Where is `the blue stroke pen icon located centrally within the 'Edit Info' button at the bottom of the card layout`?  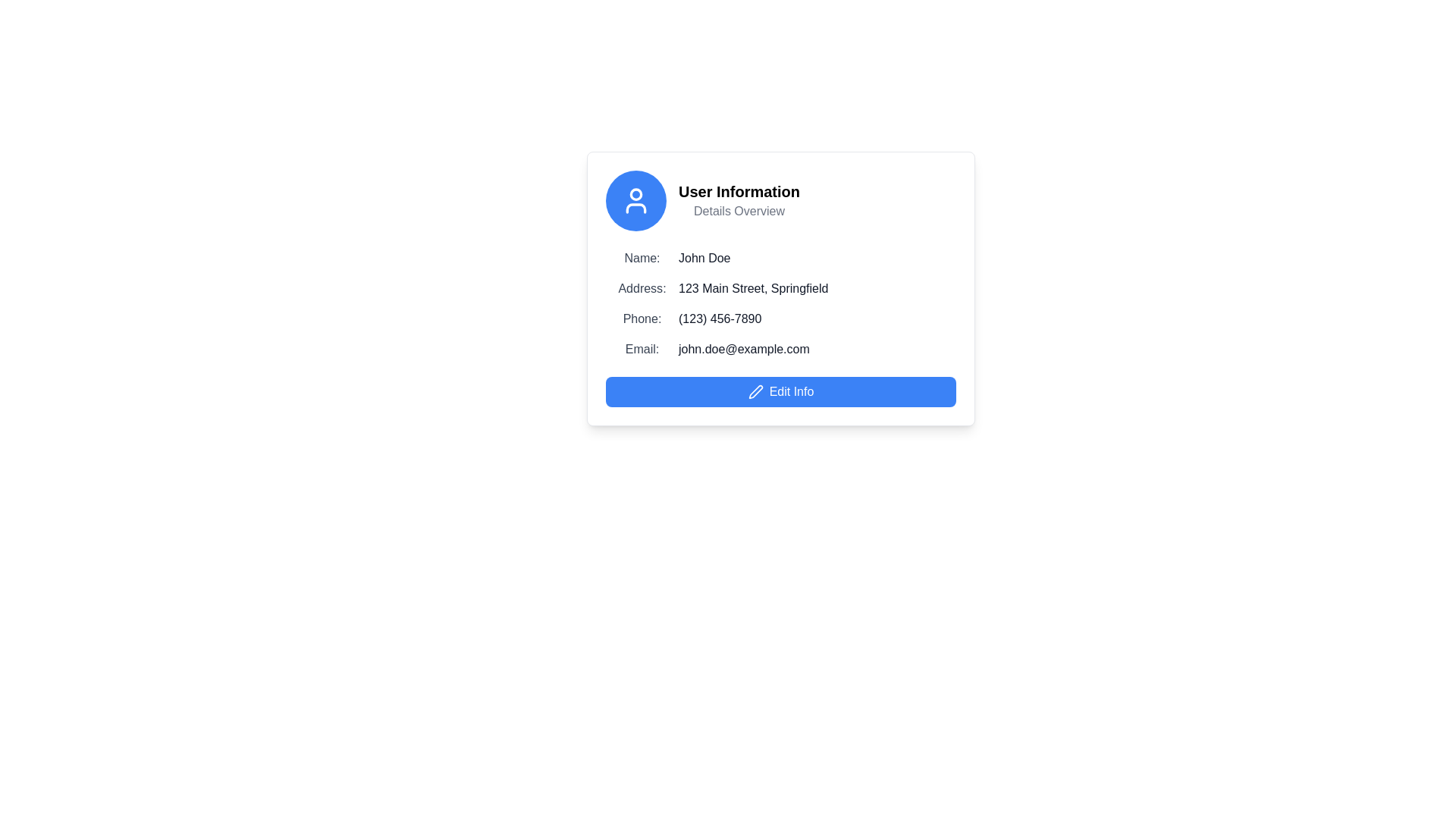 the blue stroke pen icon located centrally within the 'Edit Info' button at the bottom of the card layout is located at coordinates (755, 391).